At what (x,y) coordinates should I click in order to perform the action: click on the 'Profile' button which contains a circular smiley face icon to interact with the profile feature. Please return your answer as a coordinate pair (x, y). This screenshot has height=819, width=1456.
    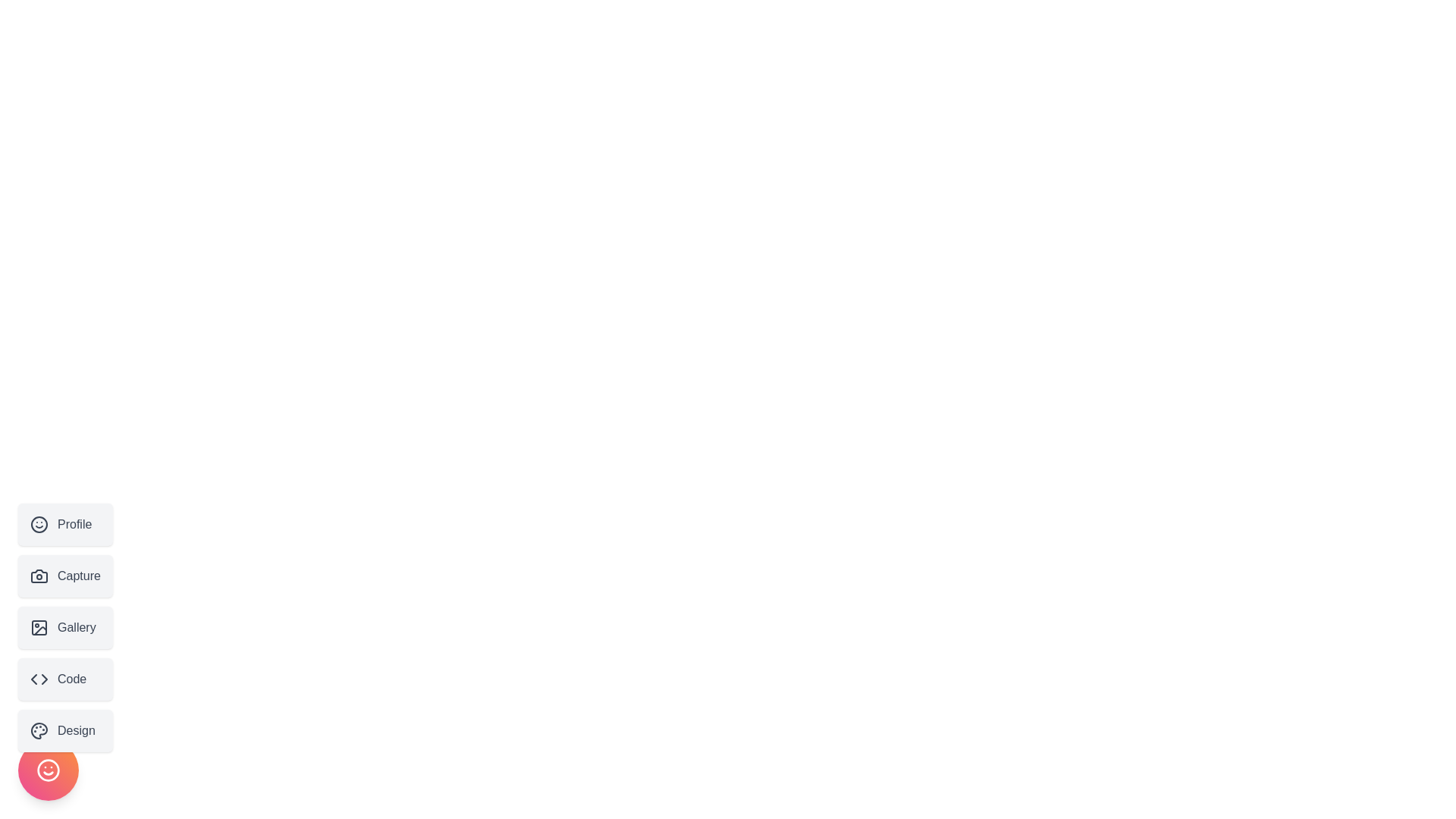
    Looking at the image, I should click on (39, 523).